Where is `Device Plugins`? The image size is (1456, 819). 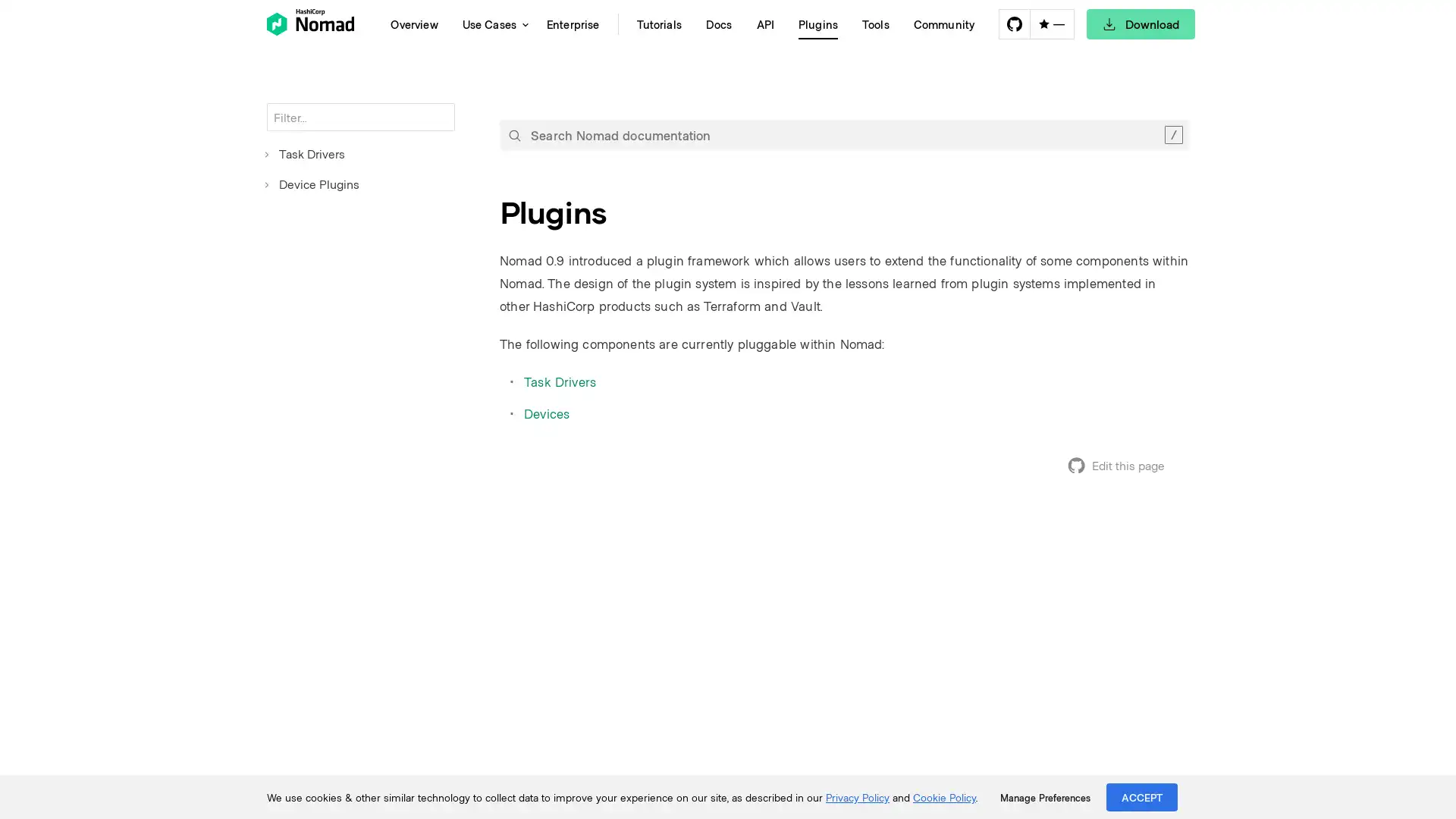
Device Plugins is located at coordinates (312, 184).